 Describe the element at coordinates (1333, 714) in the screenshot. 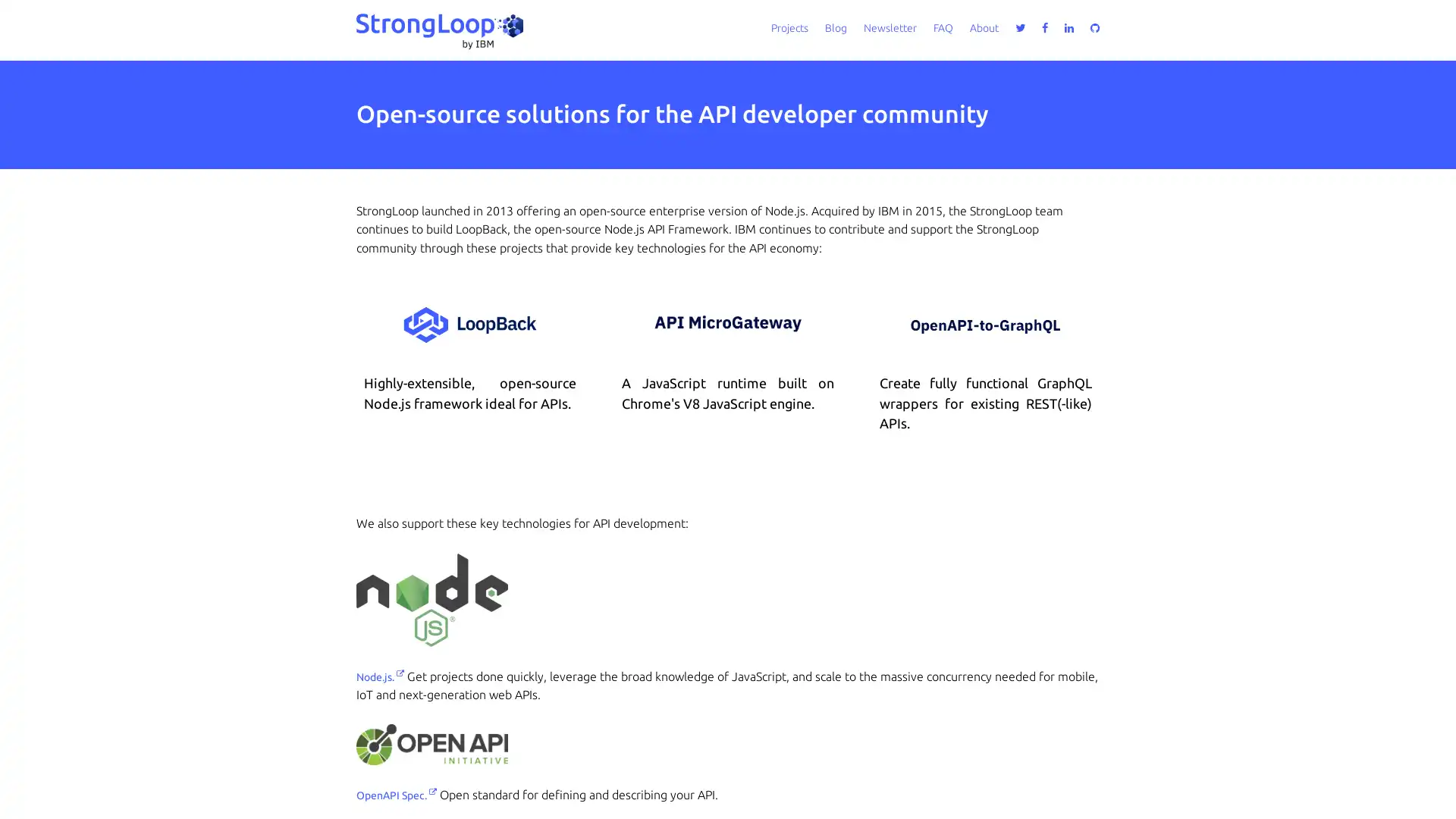

I see `Accept all` at that location.